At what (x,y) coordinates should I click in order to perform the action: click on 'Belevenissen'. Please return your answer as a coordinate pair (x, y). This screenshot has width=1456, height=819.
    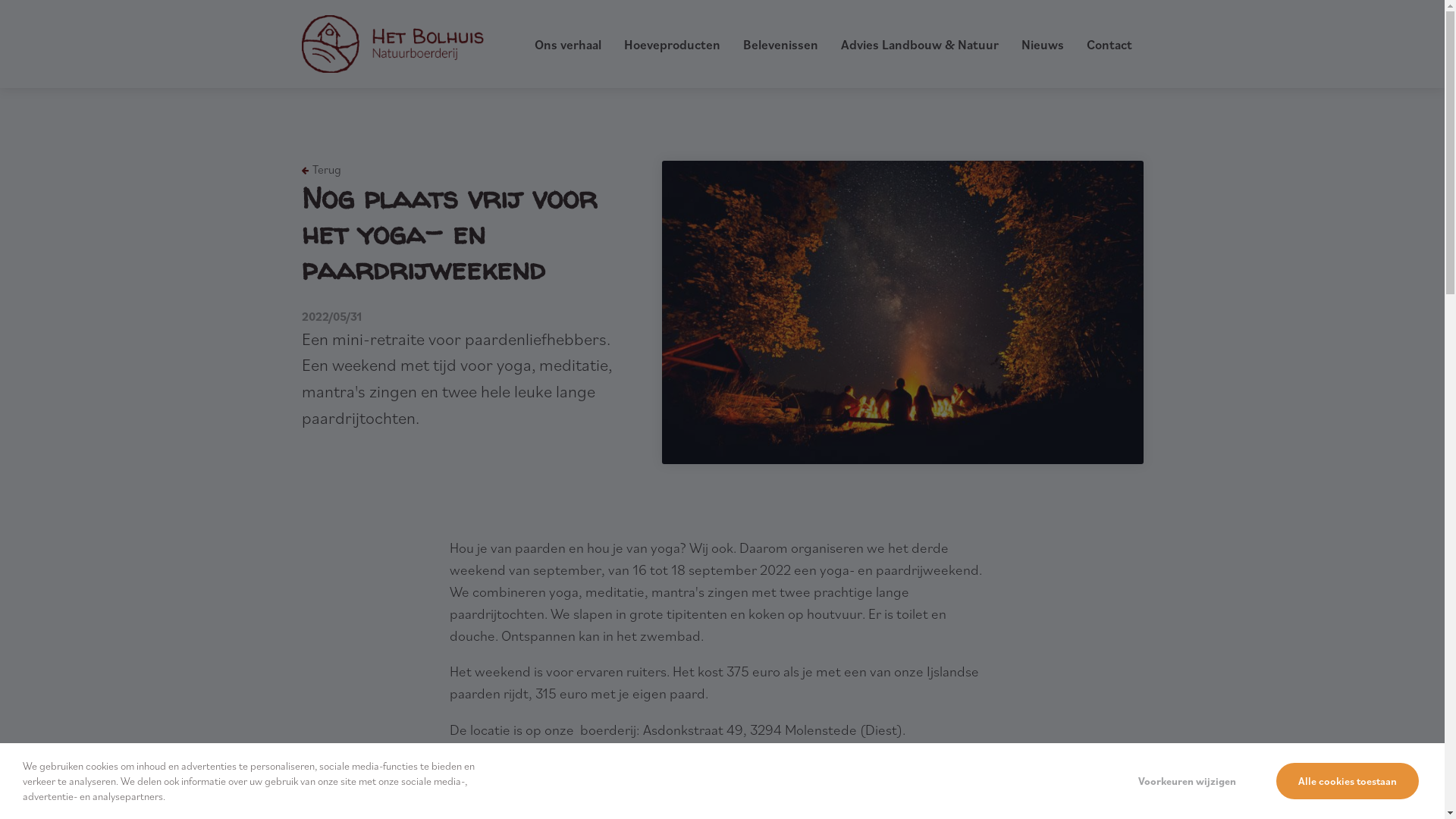
    Looking at the image, I should click on (742, 43).